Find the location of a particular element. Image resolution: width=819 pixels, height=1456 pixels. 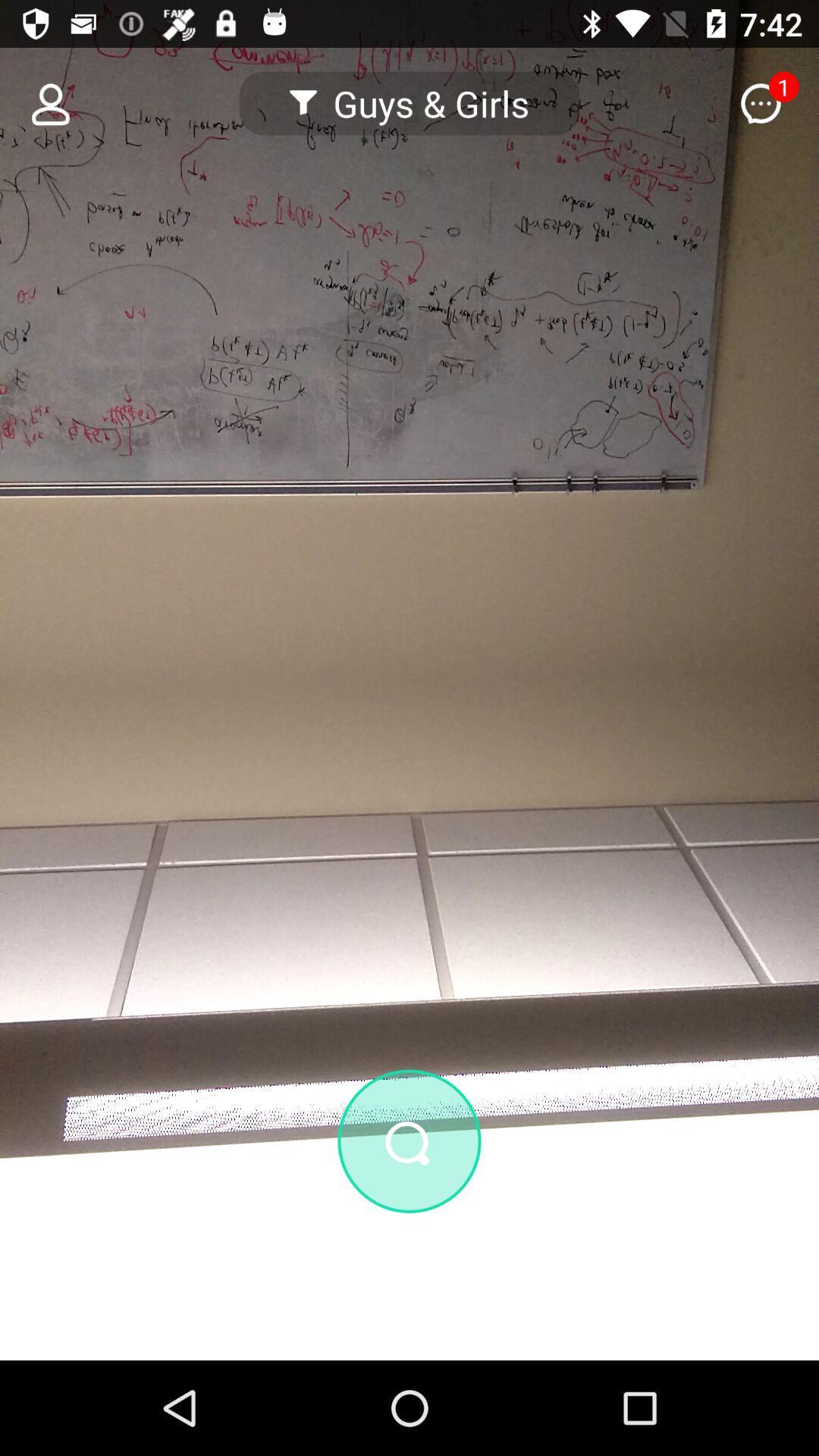

the icon at the top left corner is located at coordinates (41, 102).